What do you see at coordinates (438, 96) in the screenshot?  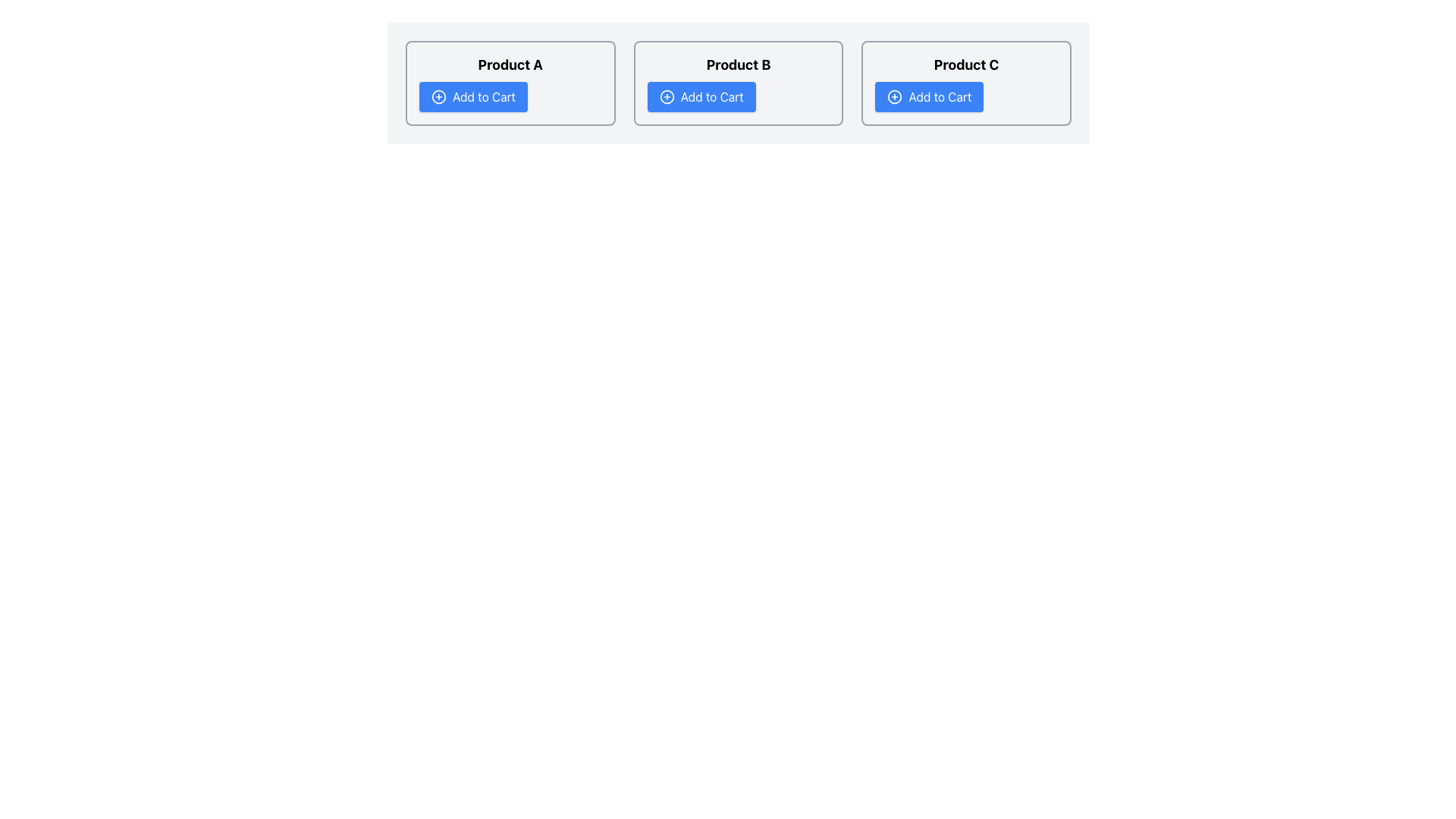 I see `the circular icon that represents the 'Add to Cart' action for 'Product A', located within the first product box on the left` at bounding box center [438, 96].